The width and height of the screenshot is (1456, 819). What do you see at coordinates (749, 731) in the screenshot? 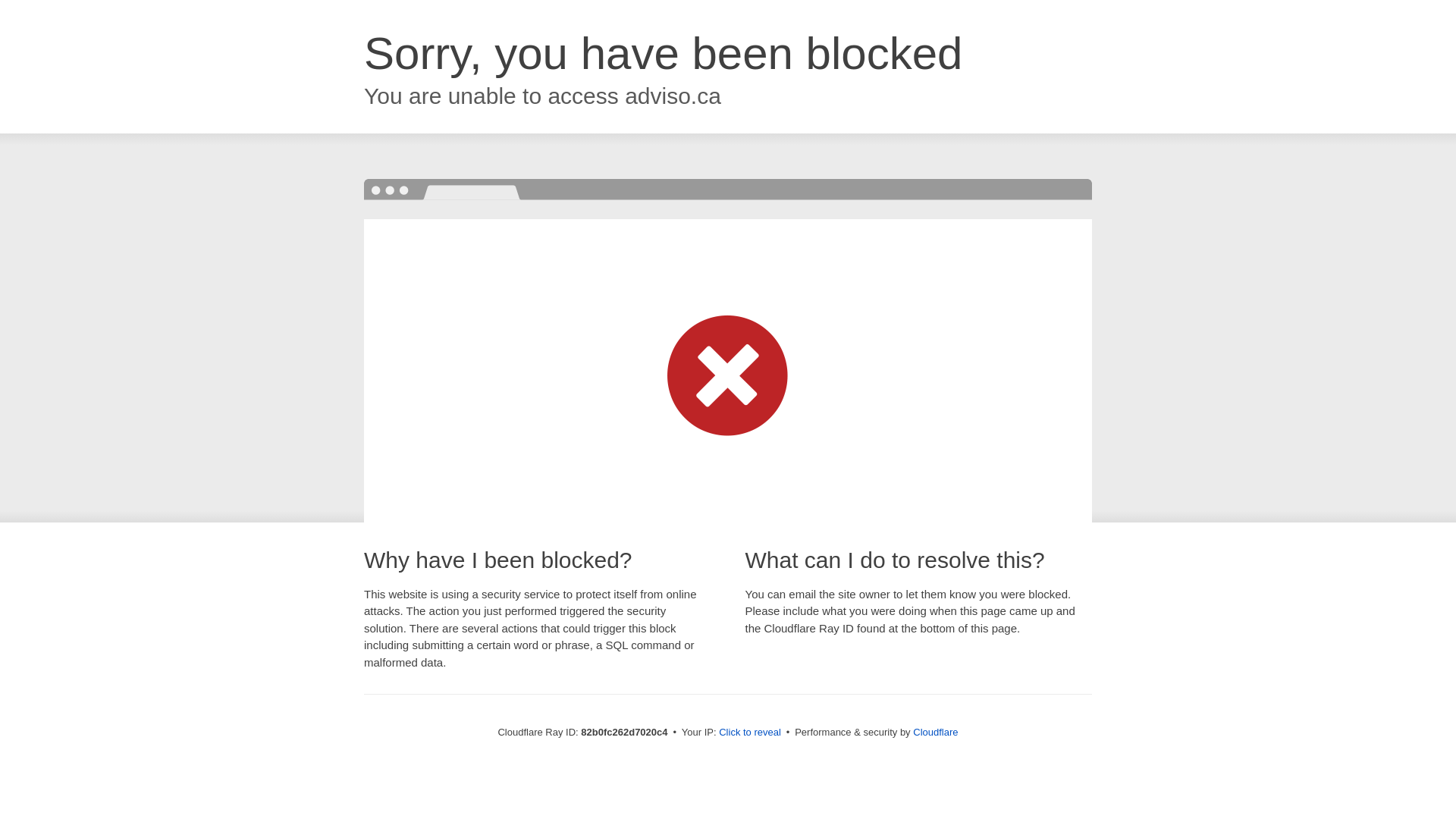
I see `'Click to reveal'` at bounding box center [749, 731].